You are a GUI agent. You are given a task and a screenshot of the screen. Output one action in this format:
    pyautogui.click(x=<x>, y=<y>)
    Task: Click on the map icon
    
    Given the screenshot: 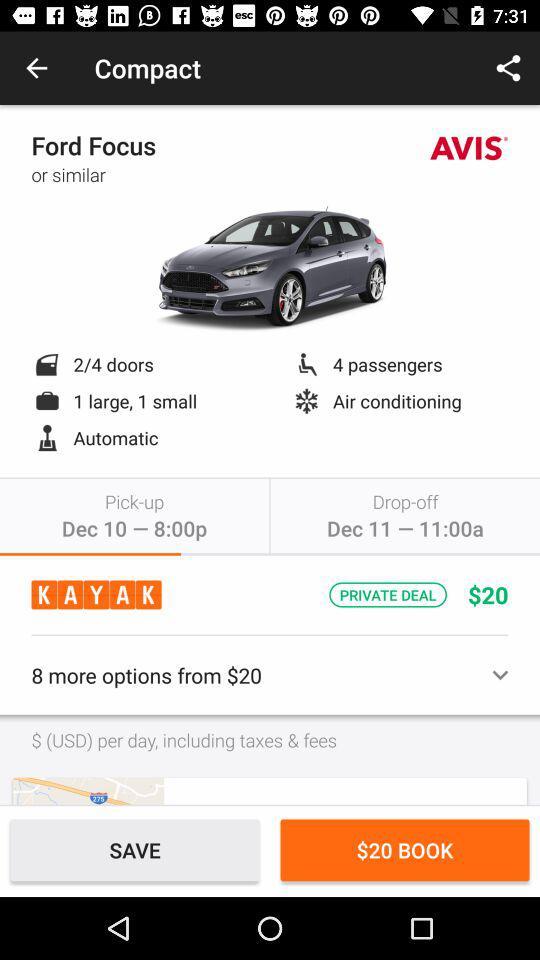 What is the action you would take?
    pyautogui.click(x=87, y=791)
    